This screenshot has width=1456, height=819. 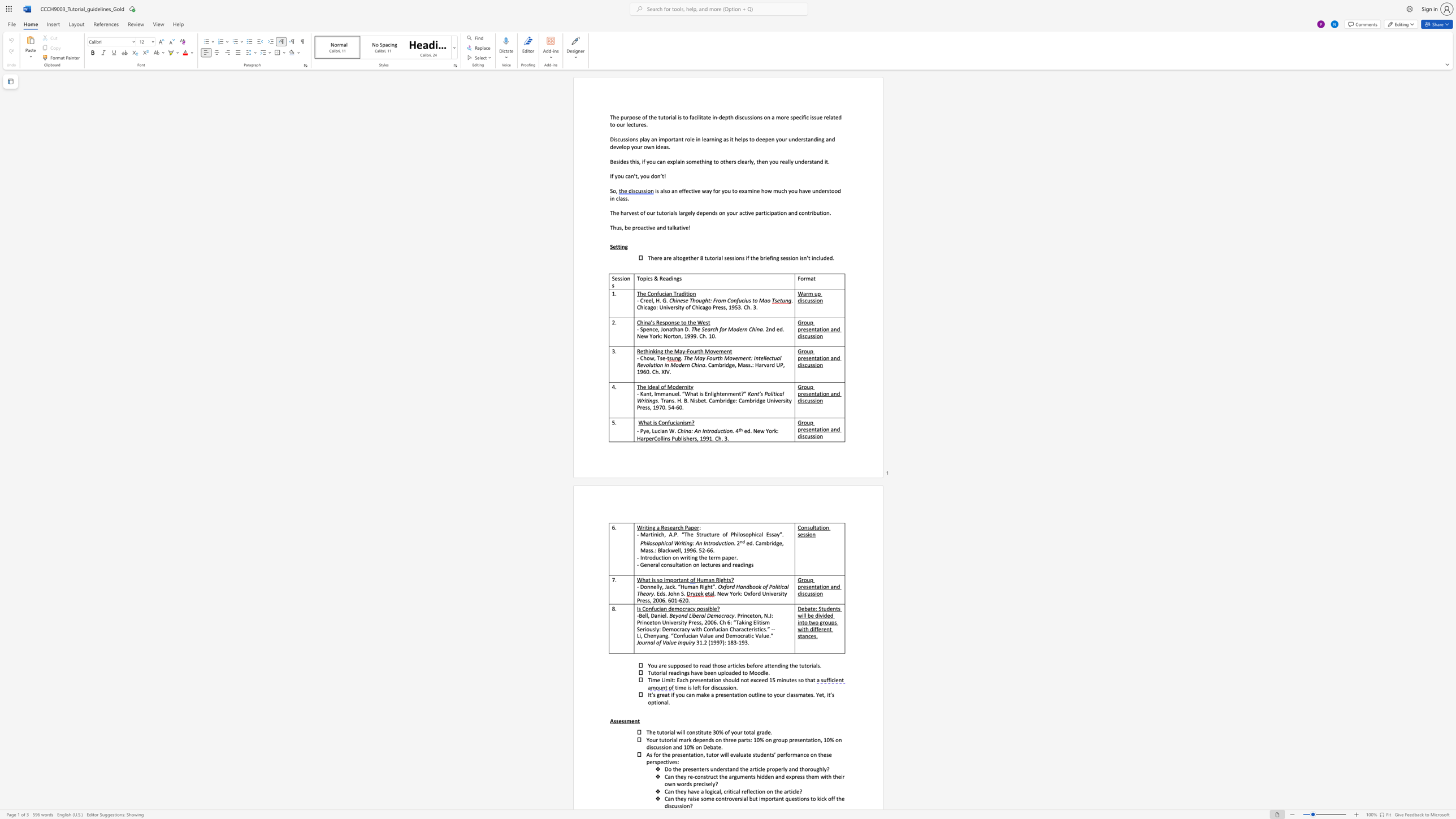 I want to click on the subset text "6. 601-620" within the text ". New York: Oxford University Press, 2006. 601-620.", so click(x=662, y=600).